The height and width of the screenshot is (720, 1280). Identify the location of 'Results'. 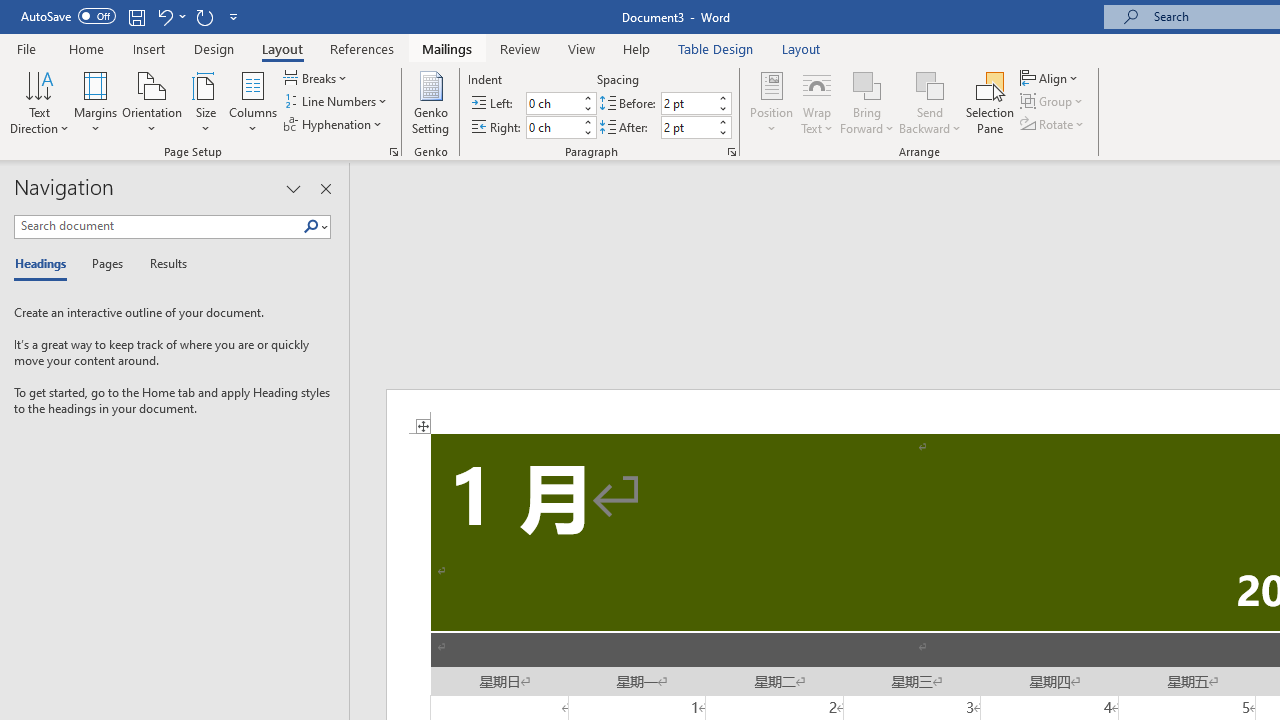
(161, 264).